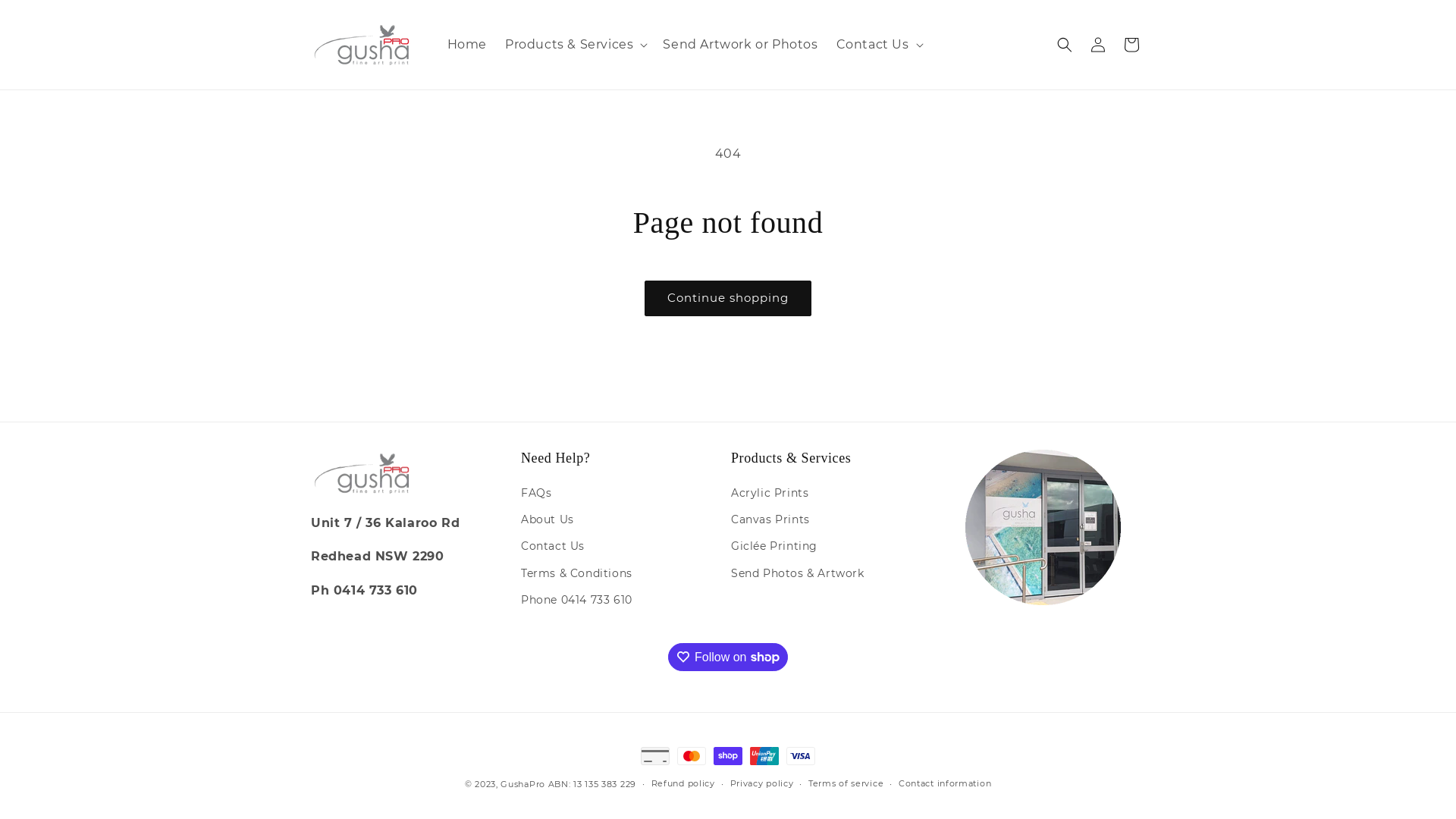 The image size is (1456, 819). Describe the element at coordinates (845, 783) in the screenshot. I see `'Terms of service'` at that location.